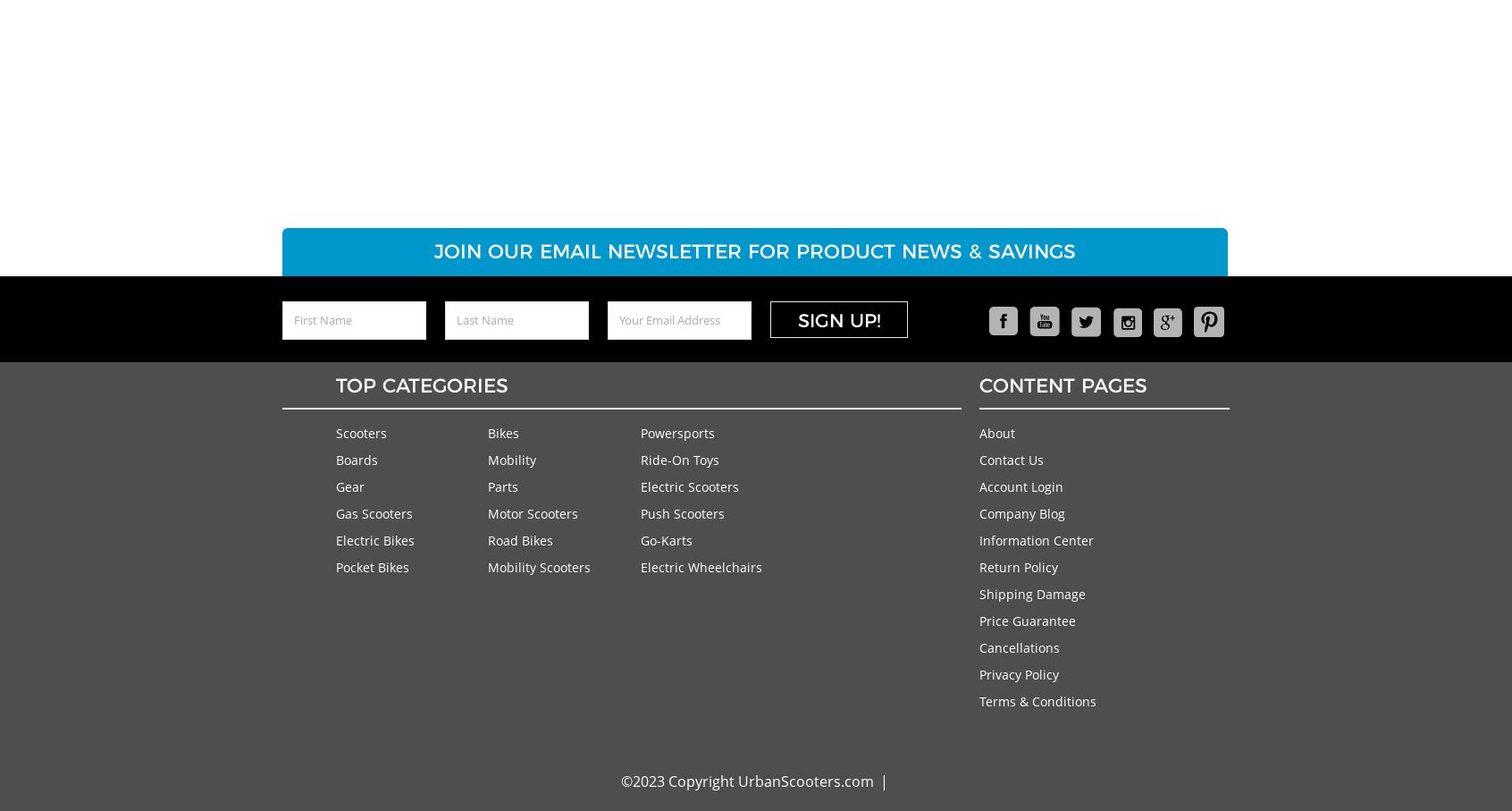 The width and height of the screenshot is (1512, 811). Describe the element at coordinates (335, 538) in the screenshot. I see `'Electric Bikes'` at that location.